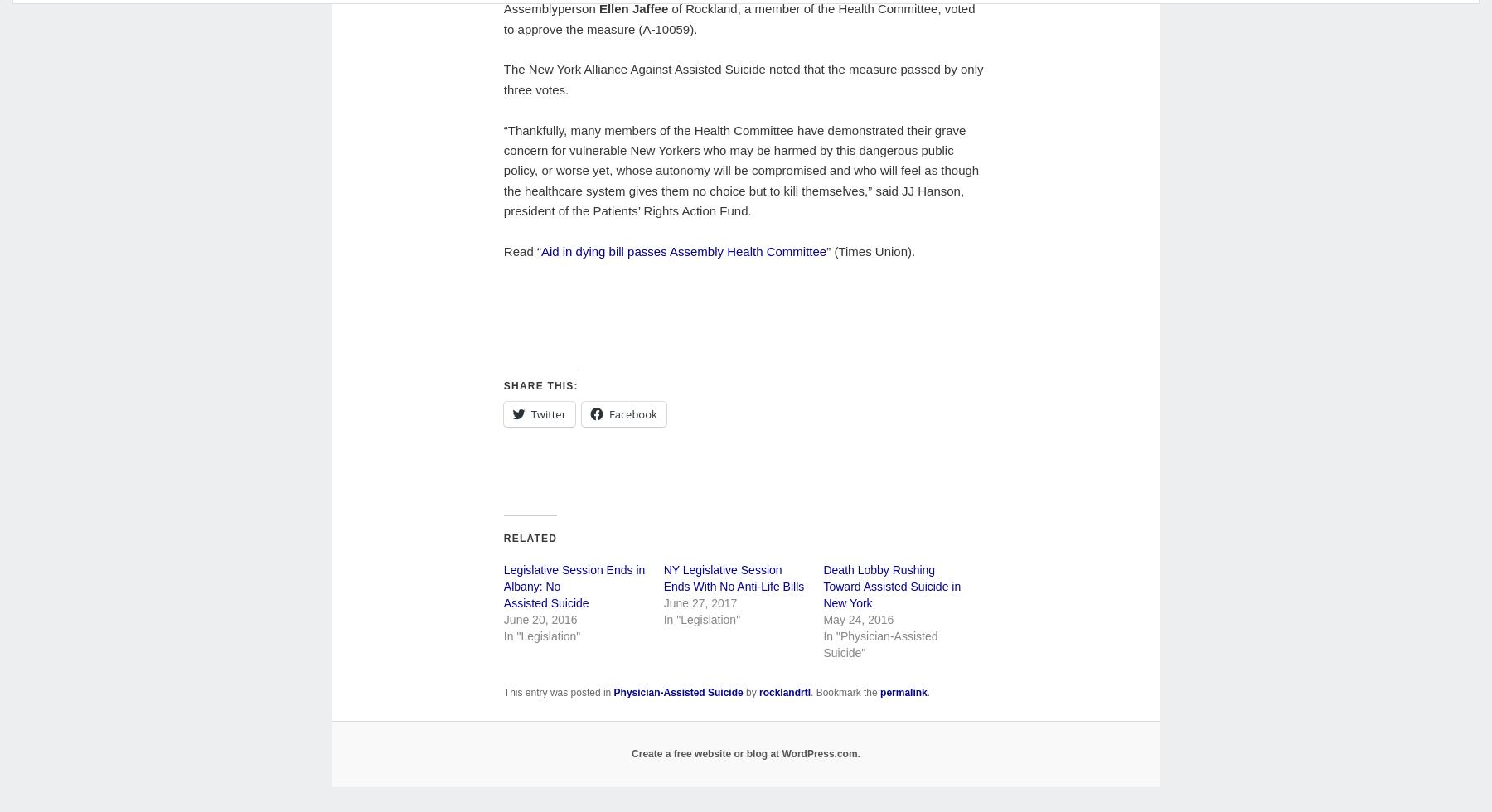 The width and height of the screenshot is (1492, 812). What do you see at coordinates (903, 693) in the screenshot?
I see `'permalink'` at bounding box center [903, 693].